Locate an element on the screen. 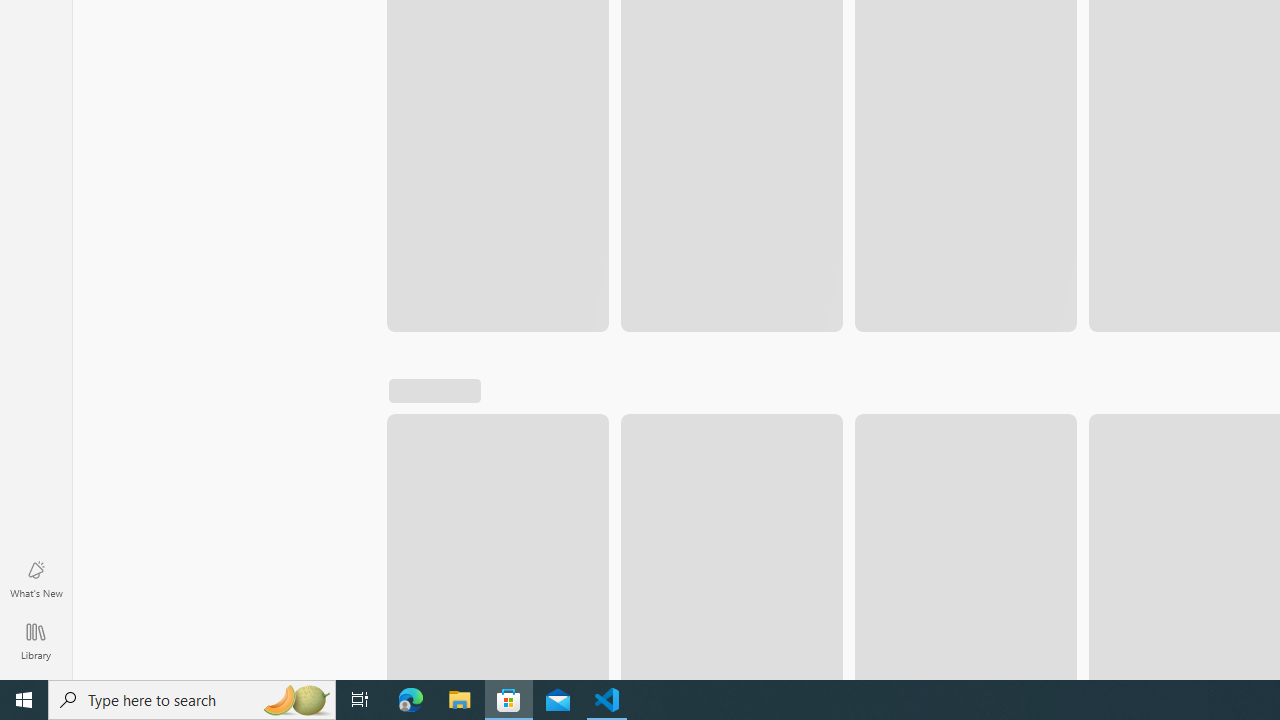  'Library' is located at coordinates (35, 640).